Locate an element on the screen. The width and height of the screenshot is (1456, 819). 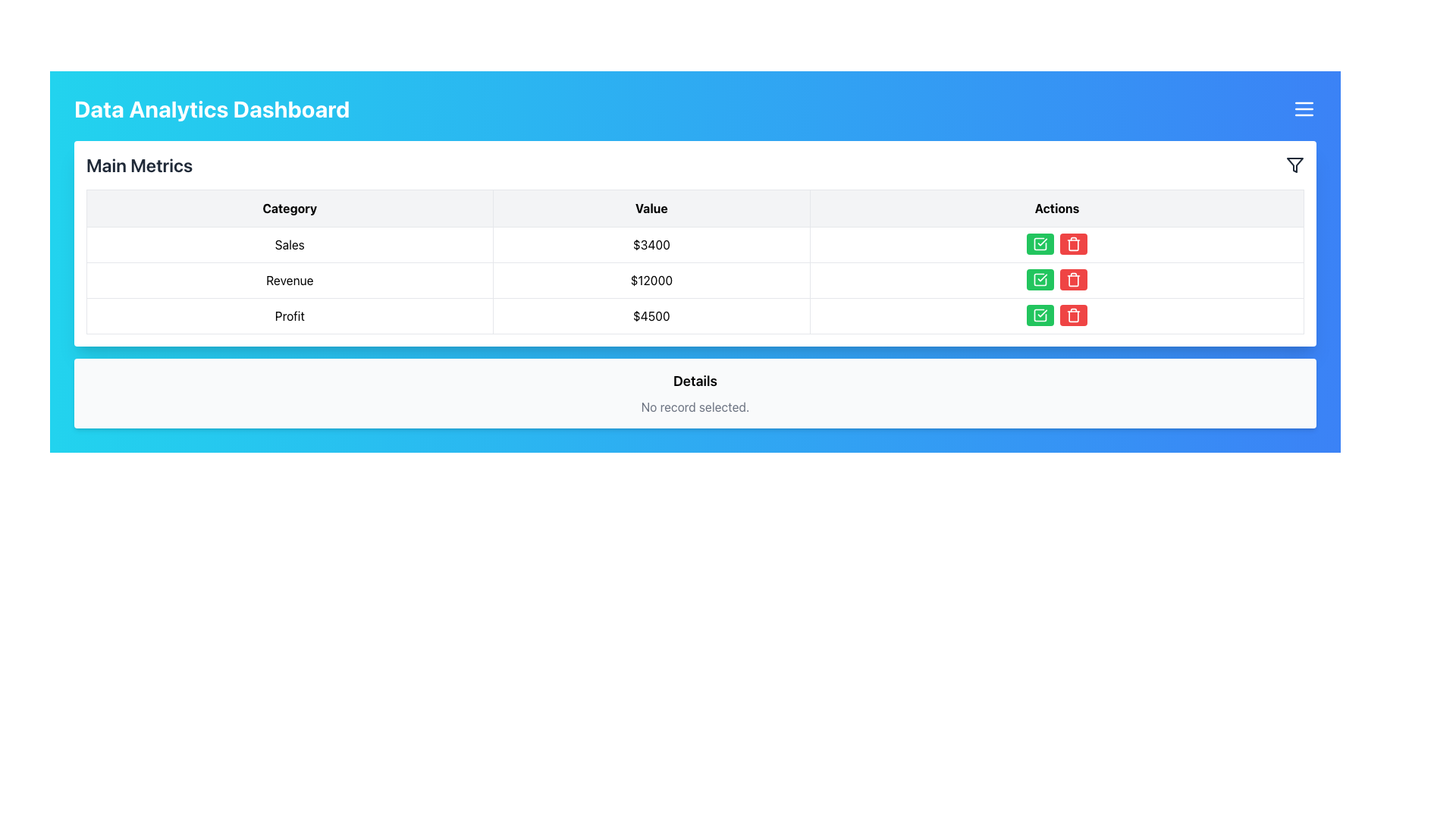
the trash icon with a red background and a trash bin symbol in the Actions column of the third row in the Main Metrics table is located at coordinates (1073, 280).